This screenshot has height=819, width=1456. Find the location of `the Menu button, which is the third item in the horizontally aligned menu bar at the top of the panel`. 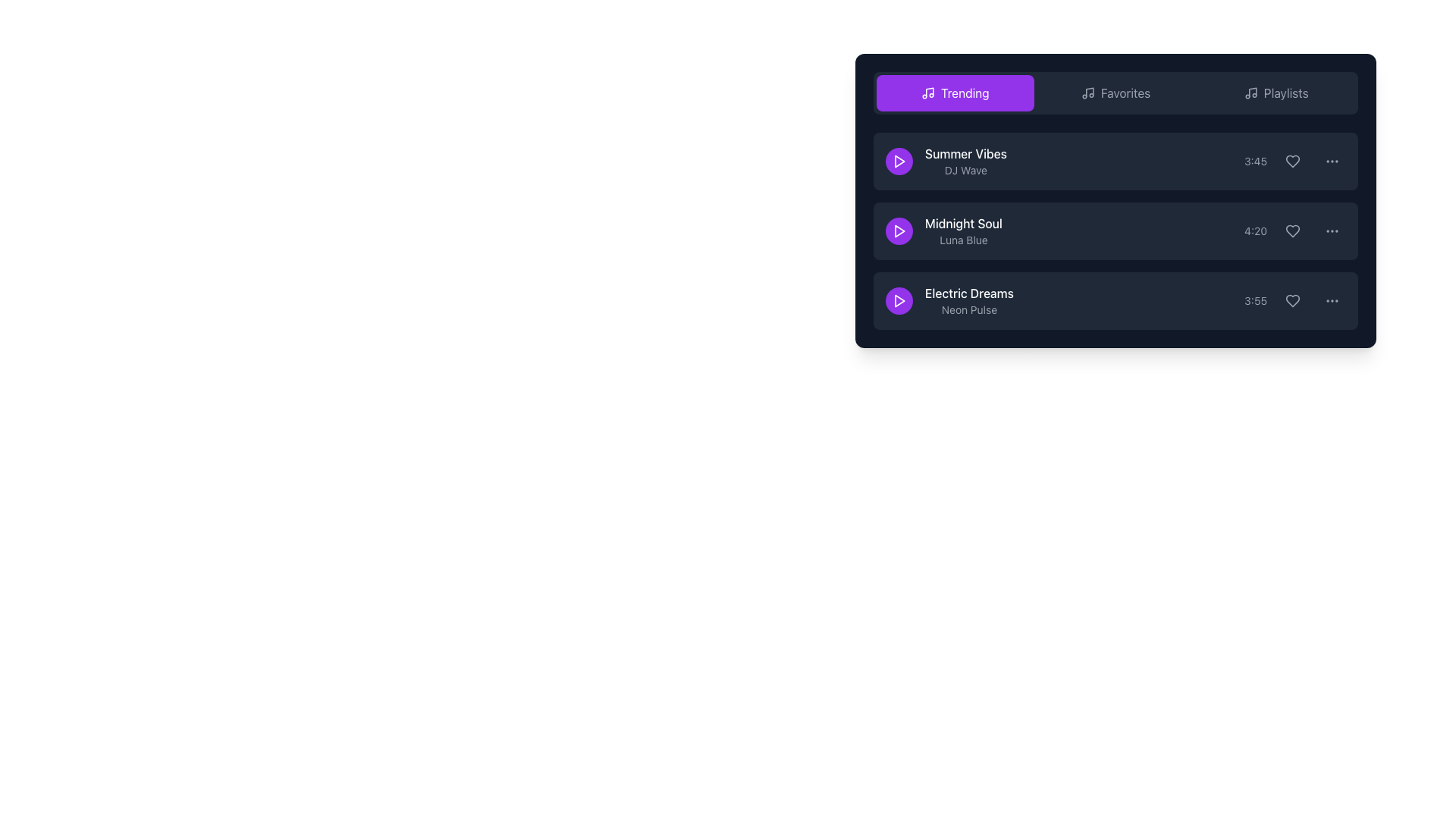

the Menu button, which is the third item in the horizontally aligned menu bar at the top of the panel is located at coordinates (1276, 93).